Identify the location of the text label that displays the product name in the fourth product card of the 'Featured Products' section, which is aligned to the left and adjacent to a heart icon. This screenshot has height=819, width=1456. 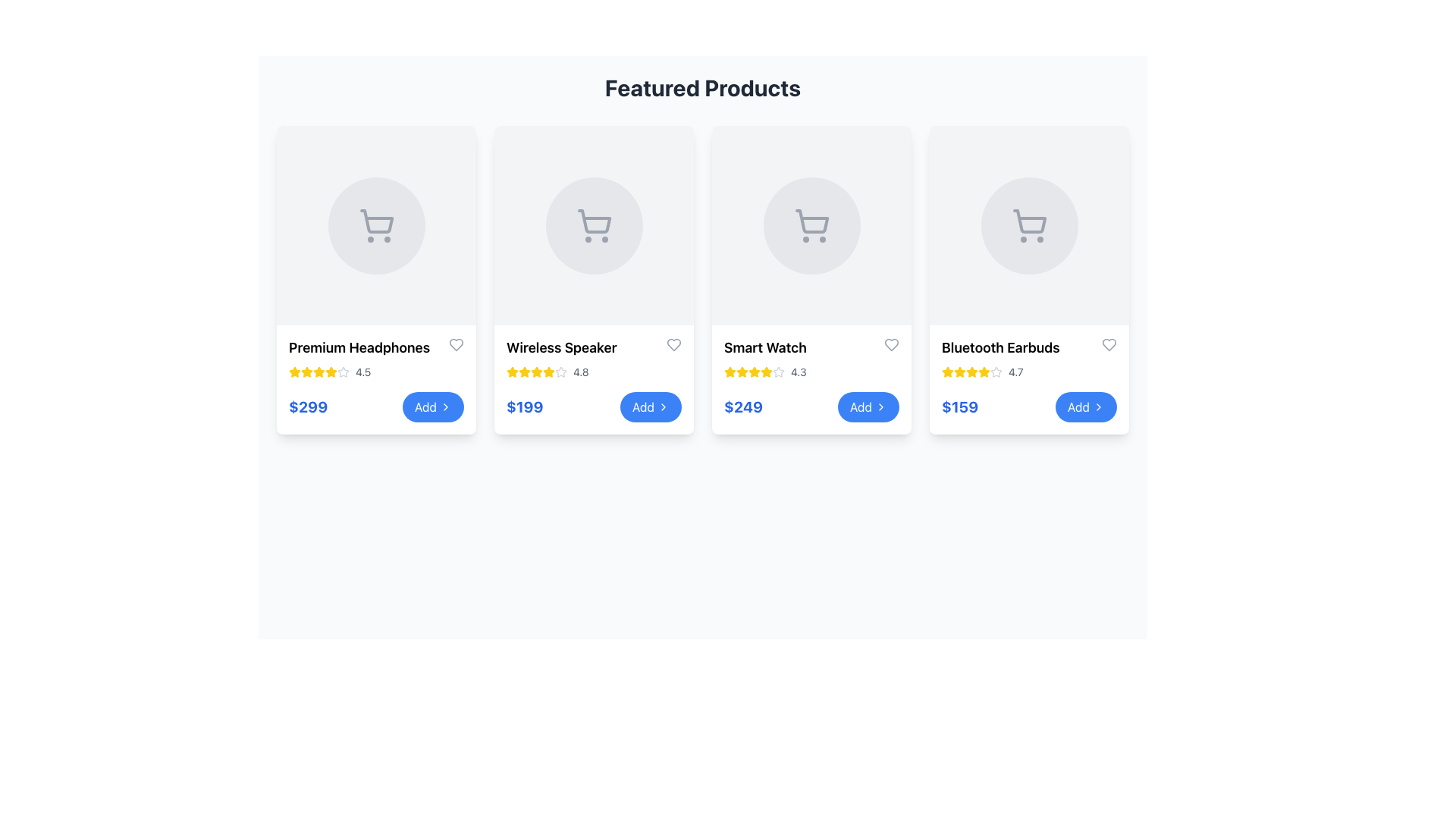
(1029, 348).